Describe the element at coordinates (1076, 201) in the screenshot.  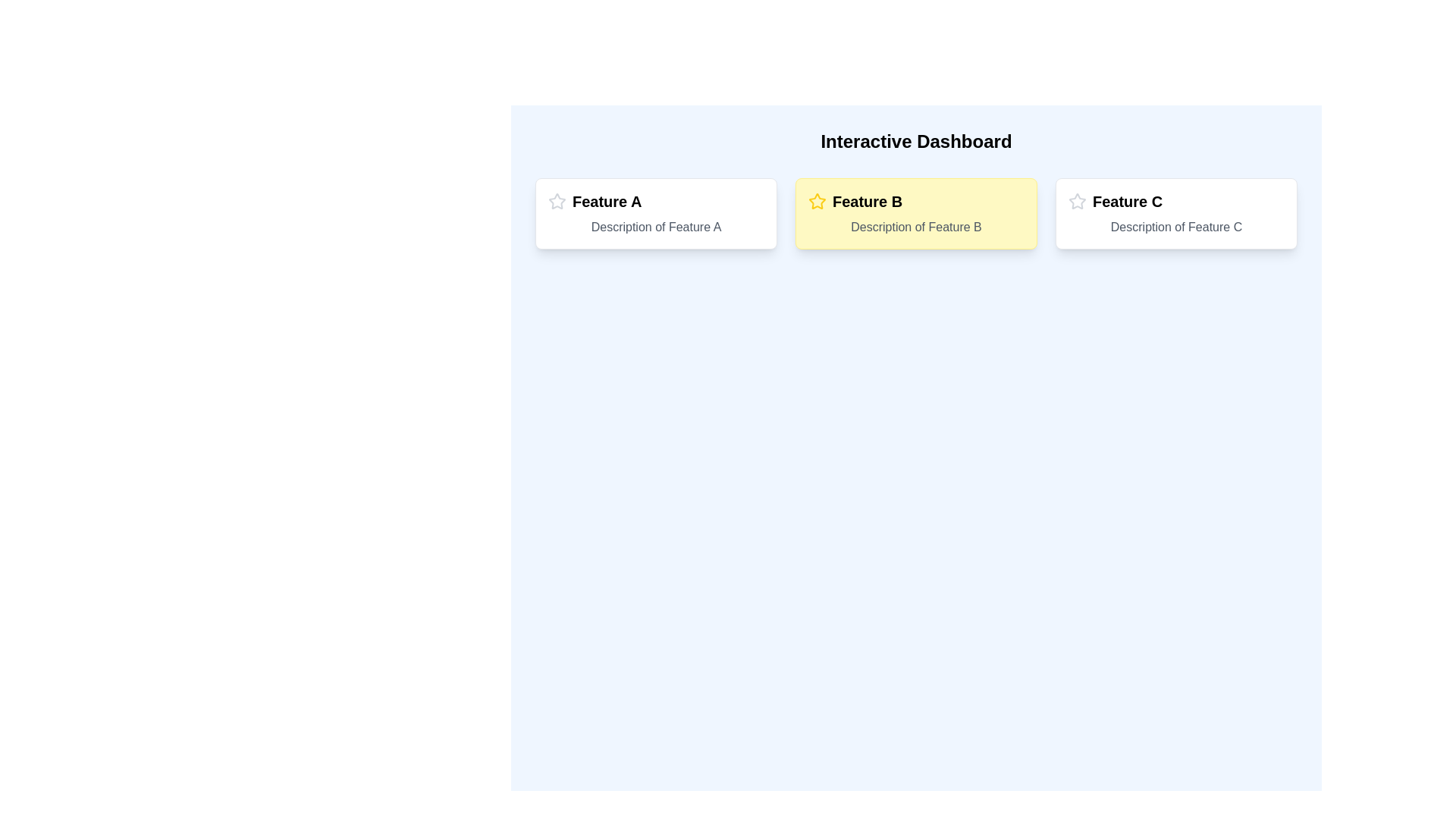
I see `the star icon located at the leftmost side of the third feature block labeled 'Feature C', which is positioned directly before the text 'Feature C' in the header` at that location.